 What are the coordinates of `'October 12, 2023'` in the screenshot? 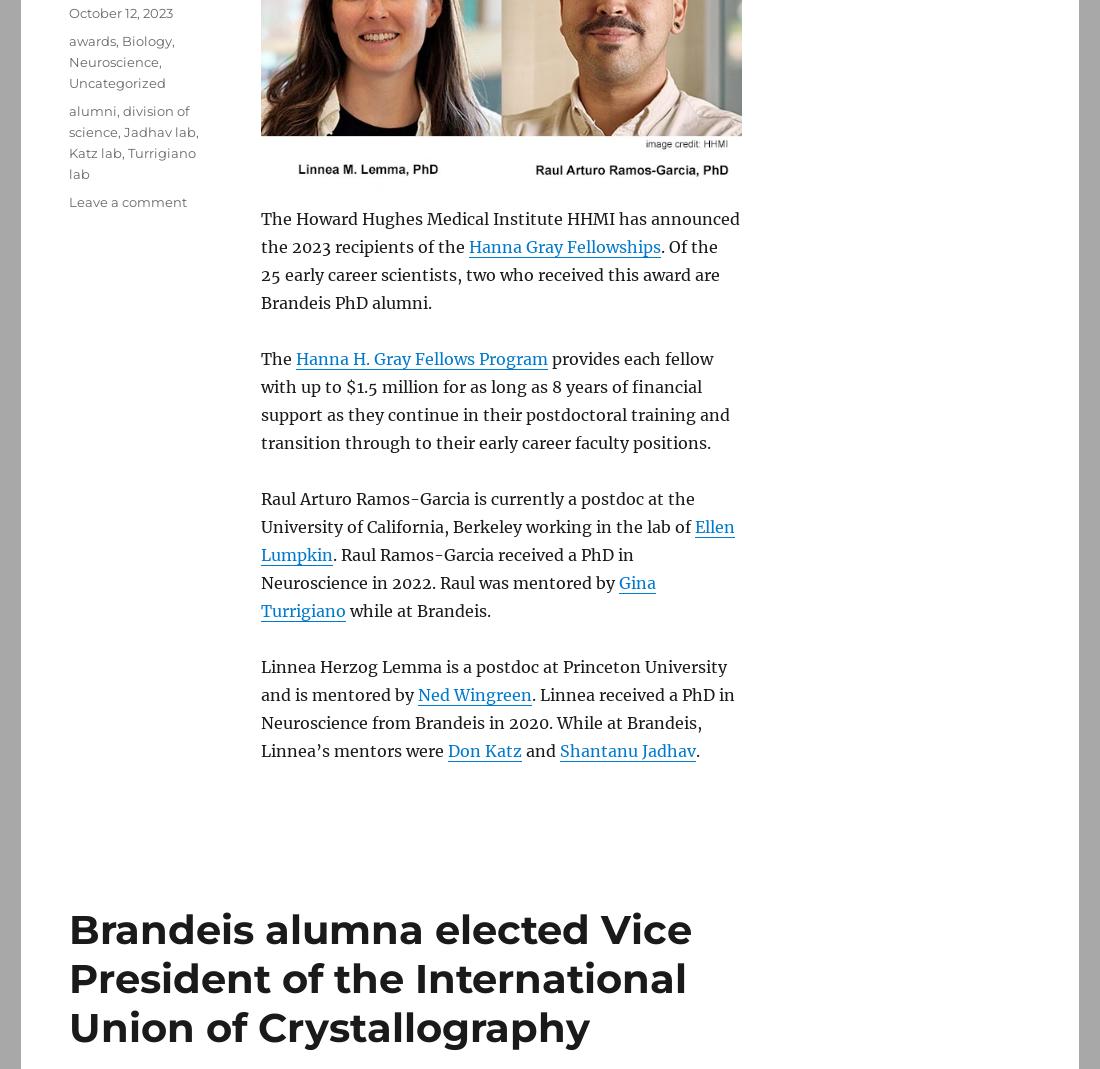 It's located at (121, 12).